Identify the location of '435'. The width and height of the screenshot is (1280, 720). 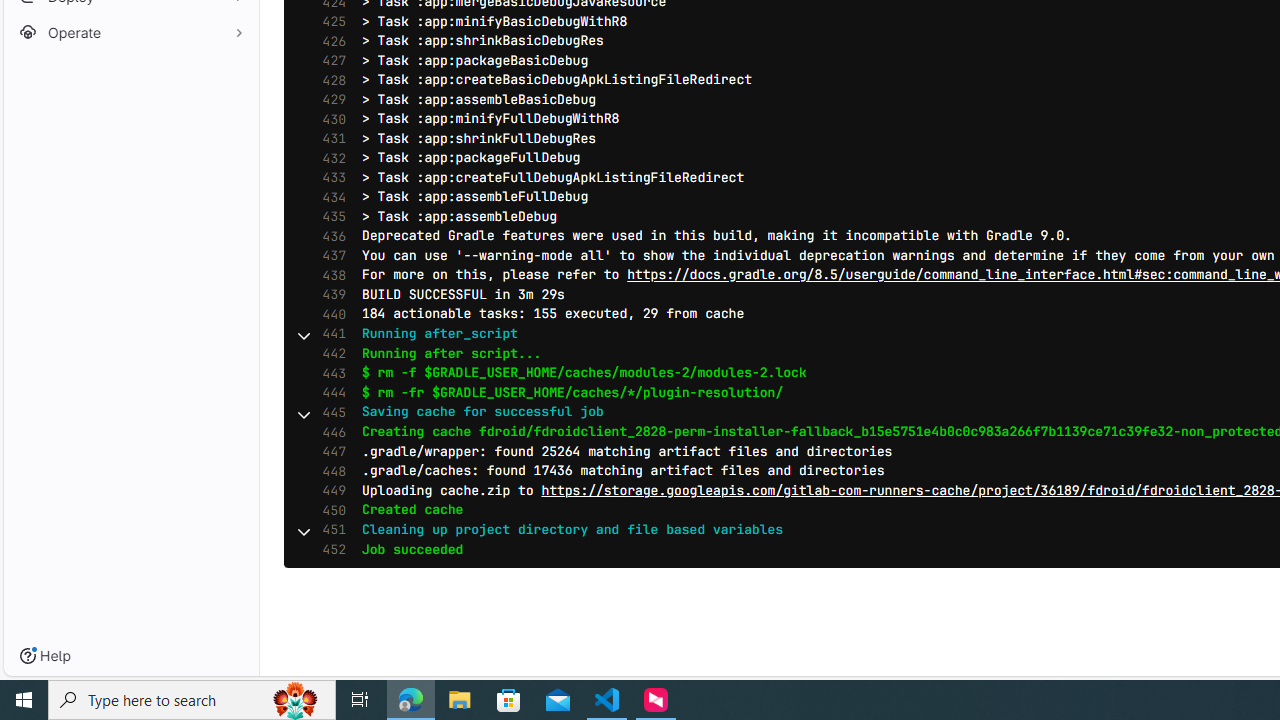
(329, 217).